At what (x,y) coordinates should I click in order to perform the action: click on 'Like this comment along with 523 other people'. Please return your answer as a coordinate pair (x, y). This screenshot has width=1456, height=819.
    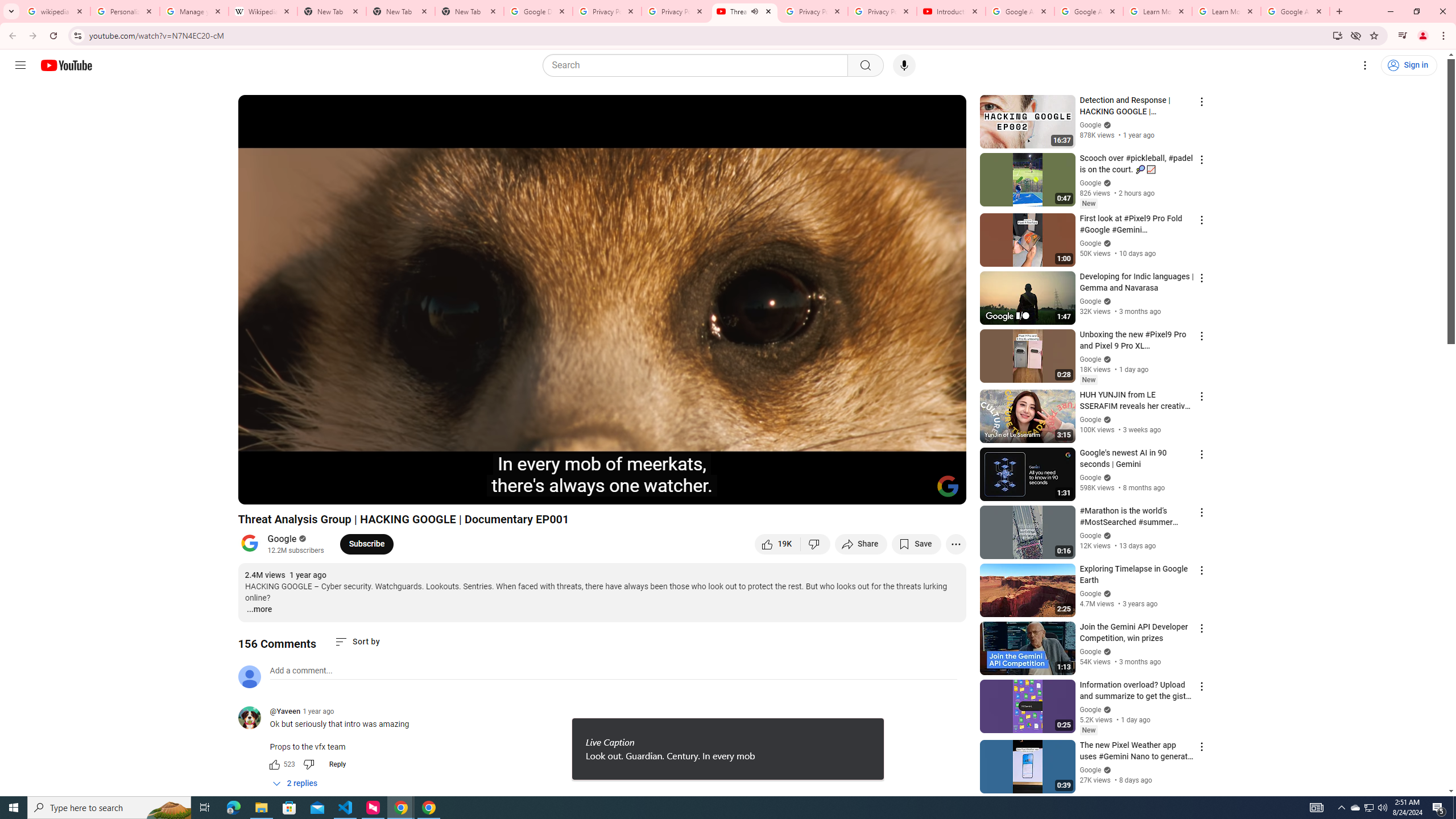
    Looking at the image, I should click on (274, 764).